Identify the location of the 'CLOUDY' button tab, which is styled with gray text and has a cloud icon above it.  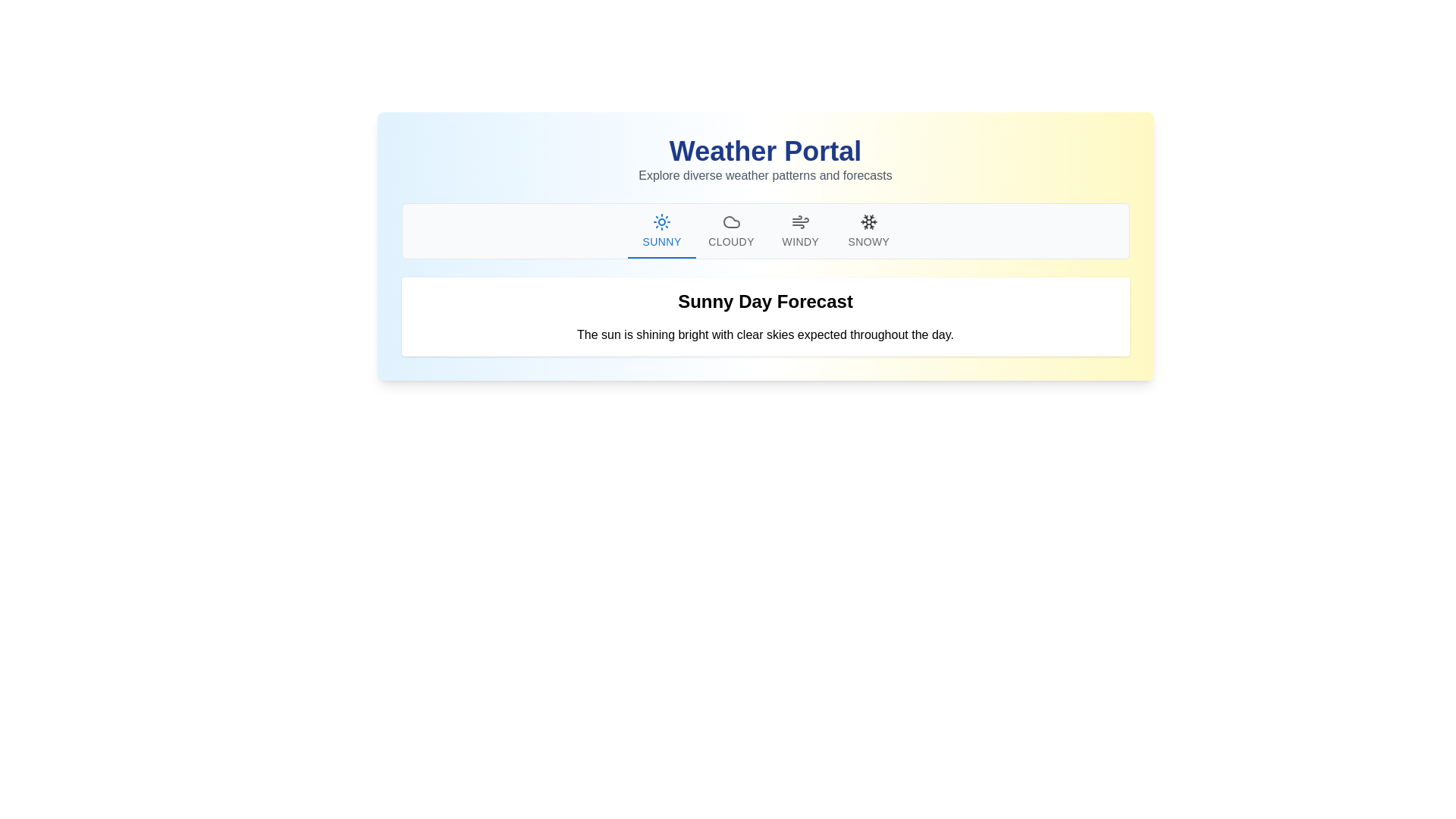
(731, 231).